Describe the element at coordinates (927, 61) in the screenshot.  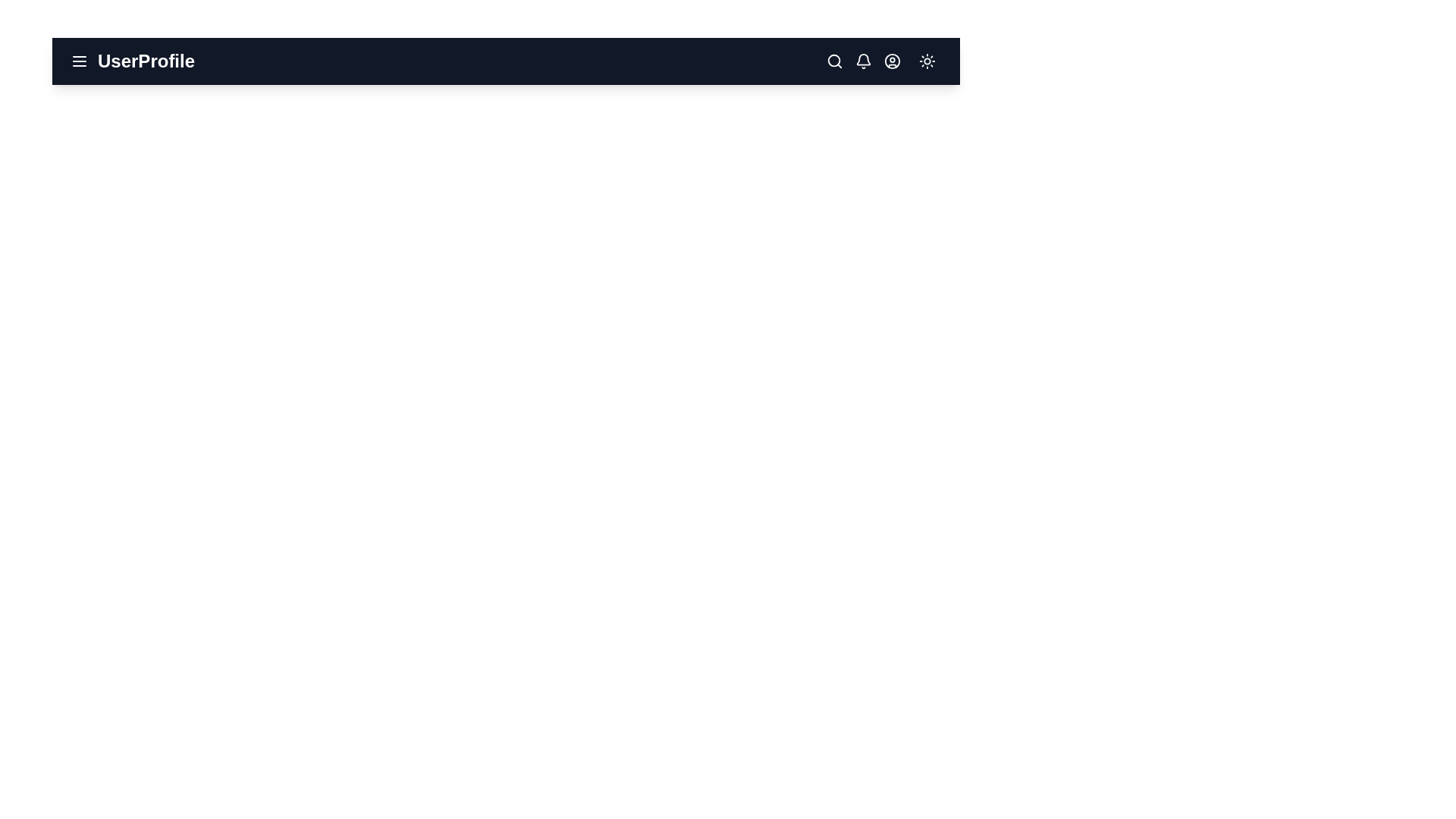
I see `the sun/moon icon to toggle between dark and light modes` at that location.